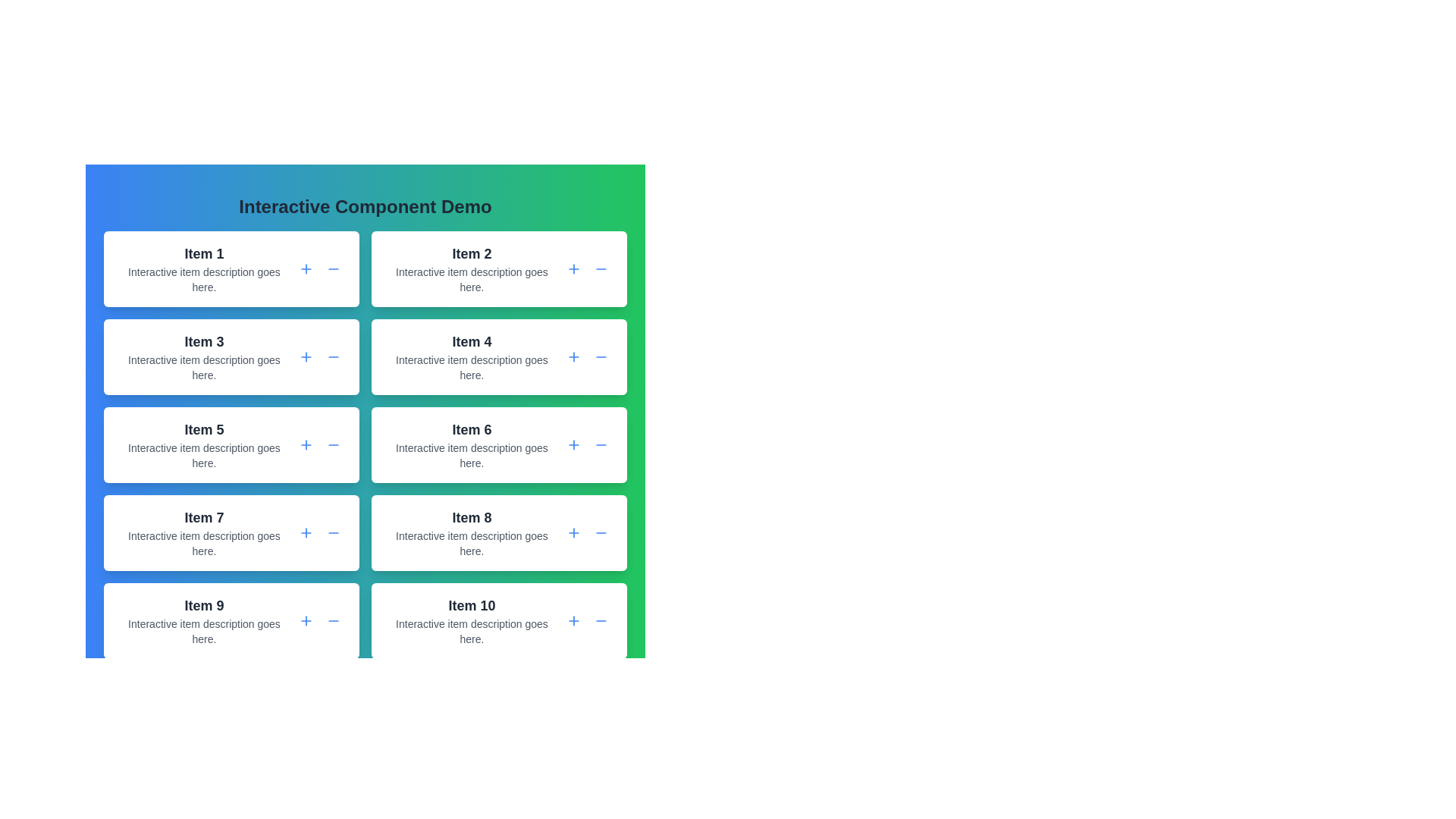 This screenshot has height=819, width=1456. What do you see at coordinates (499, 620) in the screenshot?
I see `the minus (-) button on the Interactive card labeled 'Item 10' located at the bottom-right corner of the grid to decrement the value` at bounding box center [499, 620].